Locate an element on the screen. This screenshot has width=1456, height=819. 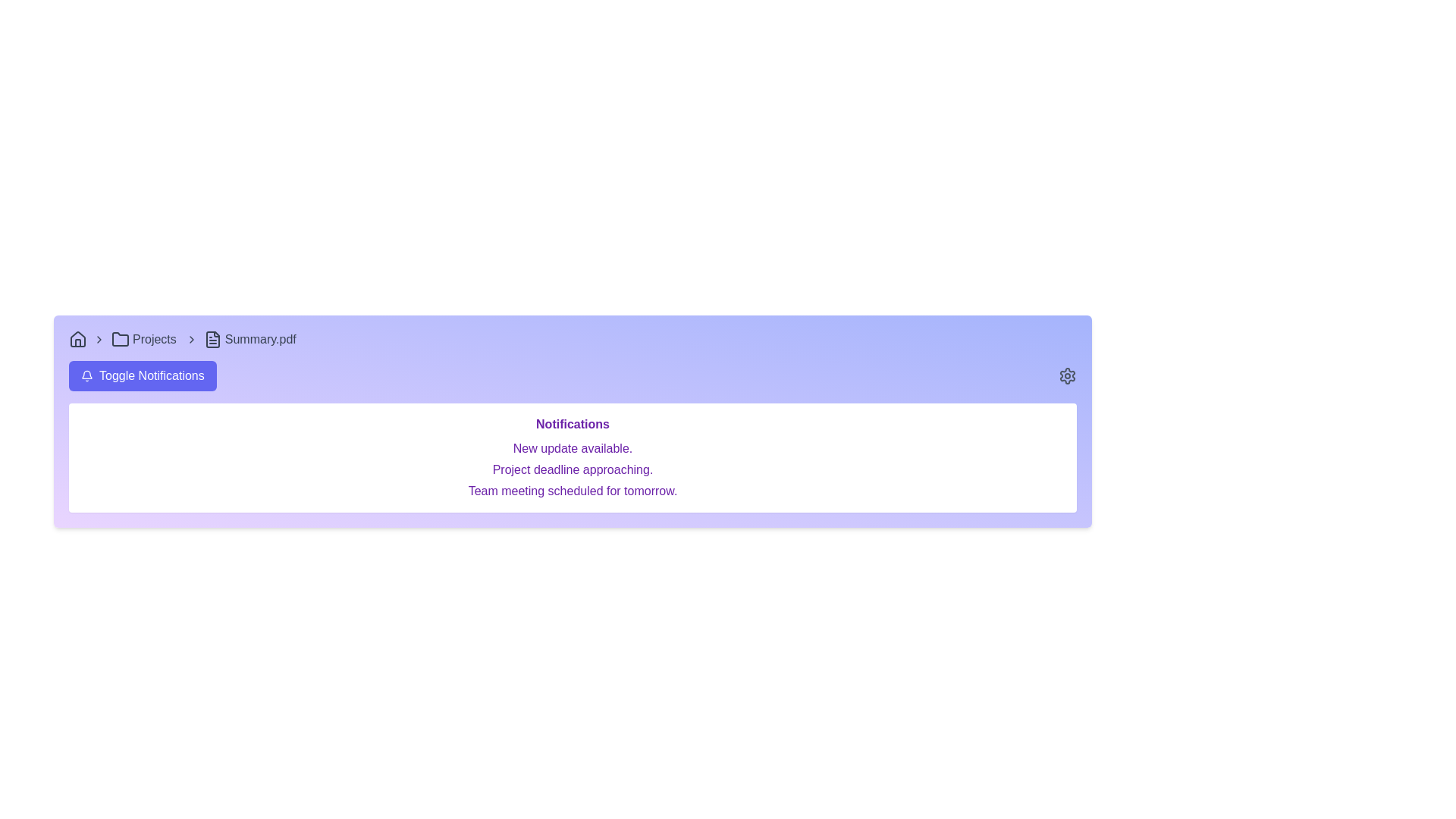
the notification that states 'Project deadline approaching.' which is the second notification under the 'Notifications' heading is located at coordinates (572, 469).